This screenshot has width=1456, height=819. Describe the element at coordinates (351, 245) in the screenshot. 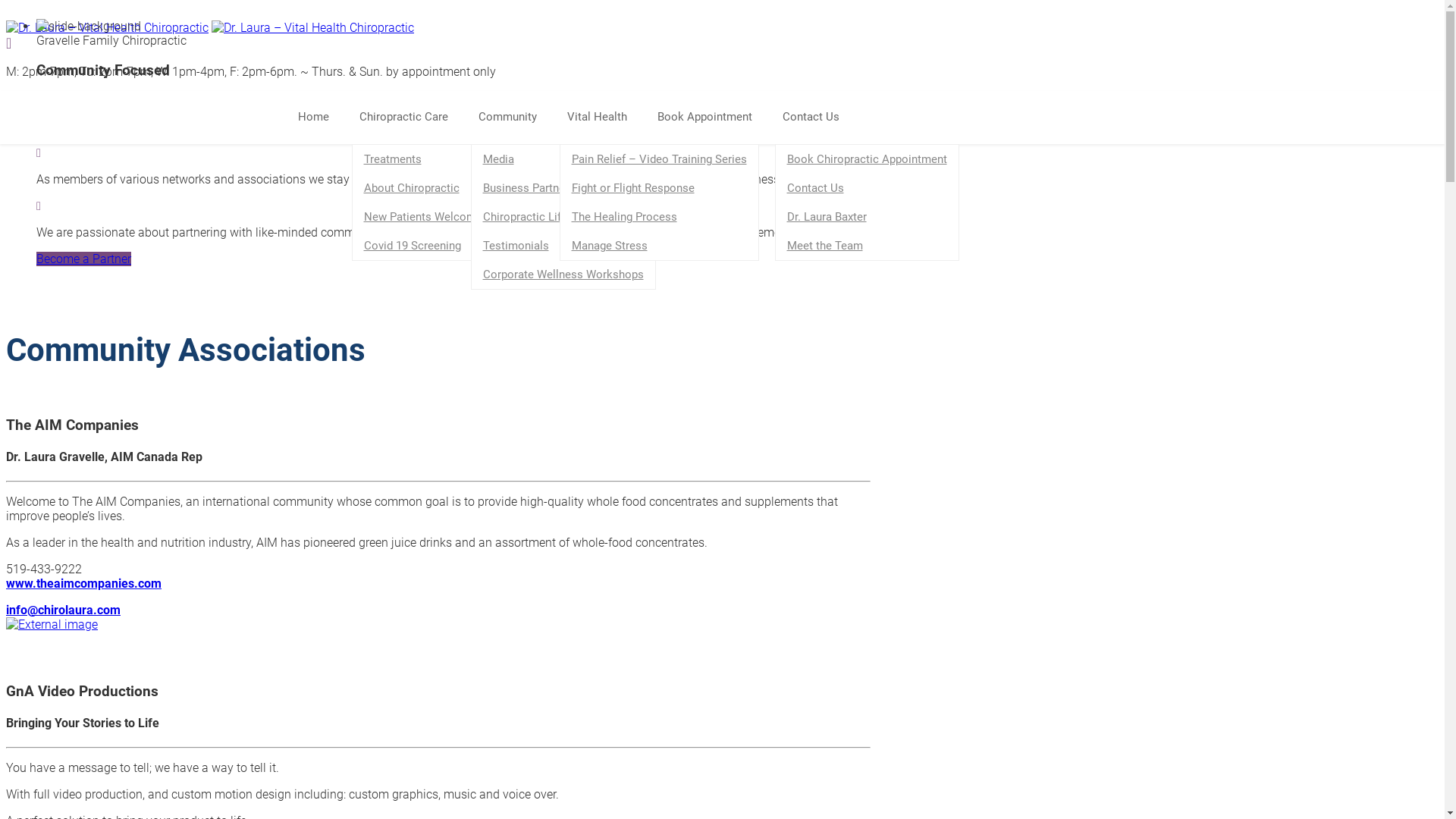

I see `'Covid 19 Screening'` at that location.